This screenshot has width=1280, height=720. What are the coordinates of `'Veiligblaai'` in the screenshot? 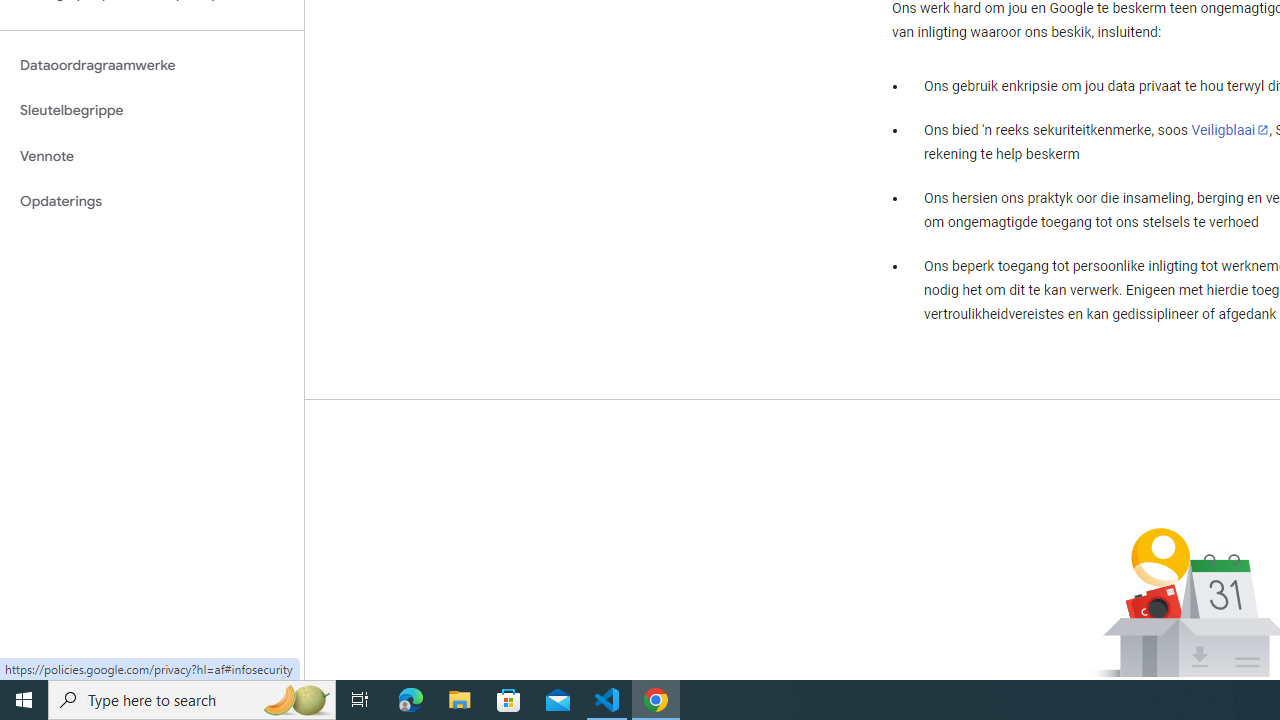 It's located at (1229, 129).